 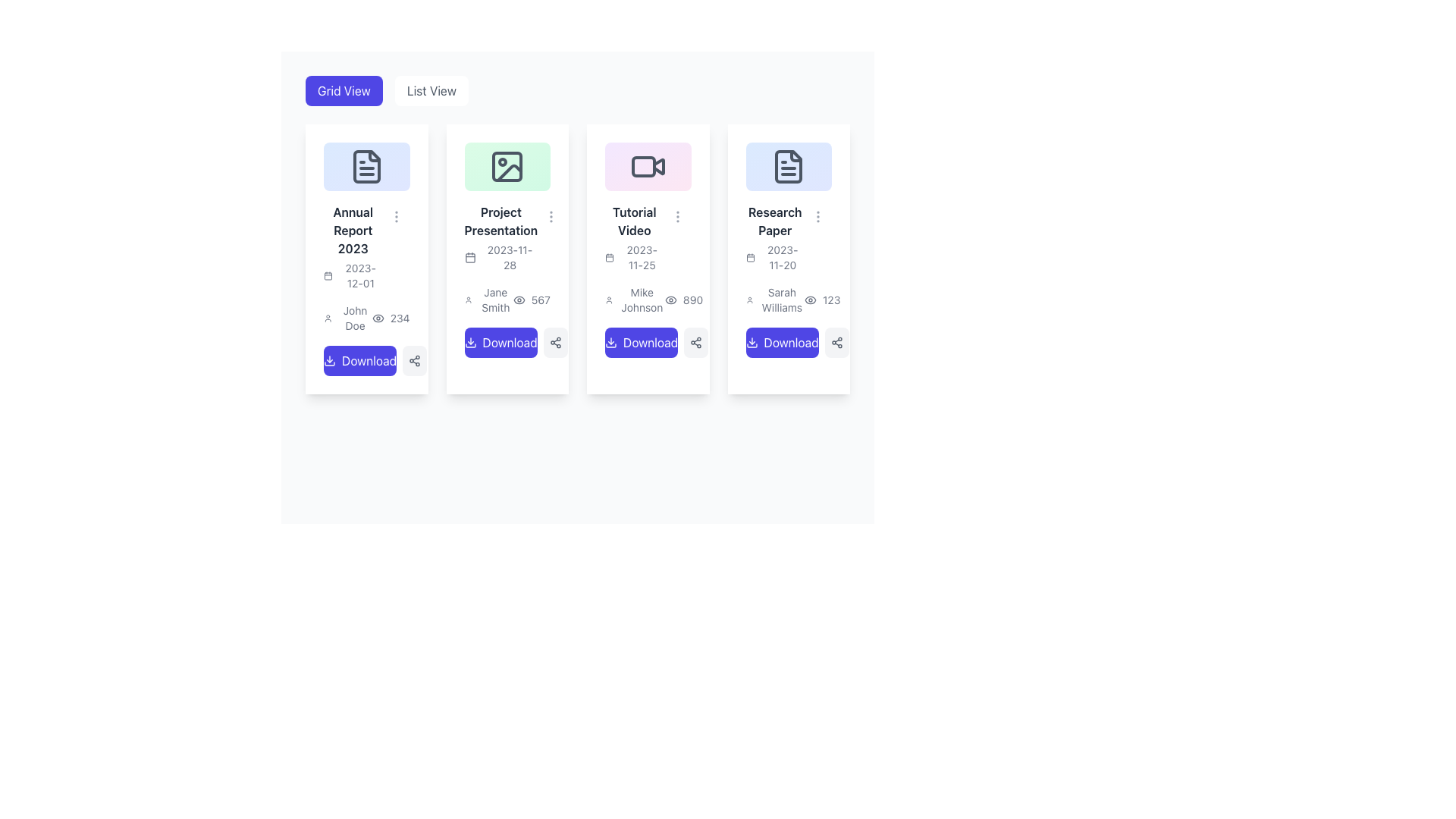 What do you see at coordinates (415, 360) in the screenshot?
I see `the small circular button with a light gray background and a share symbol icon, located to the immediate right of the 'Download' button in the 'Annual Report 2023' card` at bounding box center [415, 360].